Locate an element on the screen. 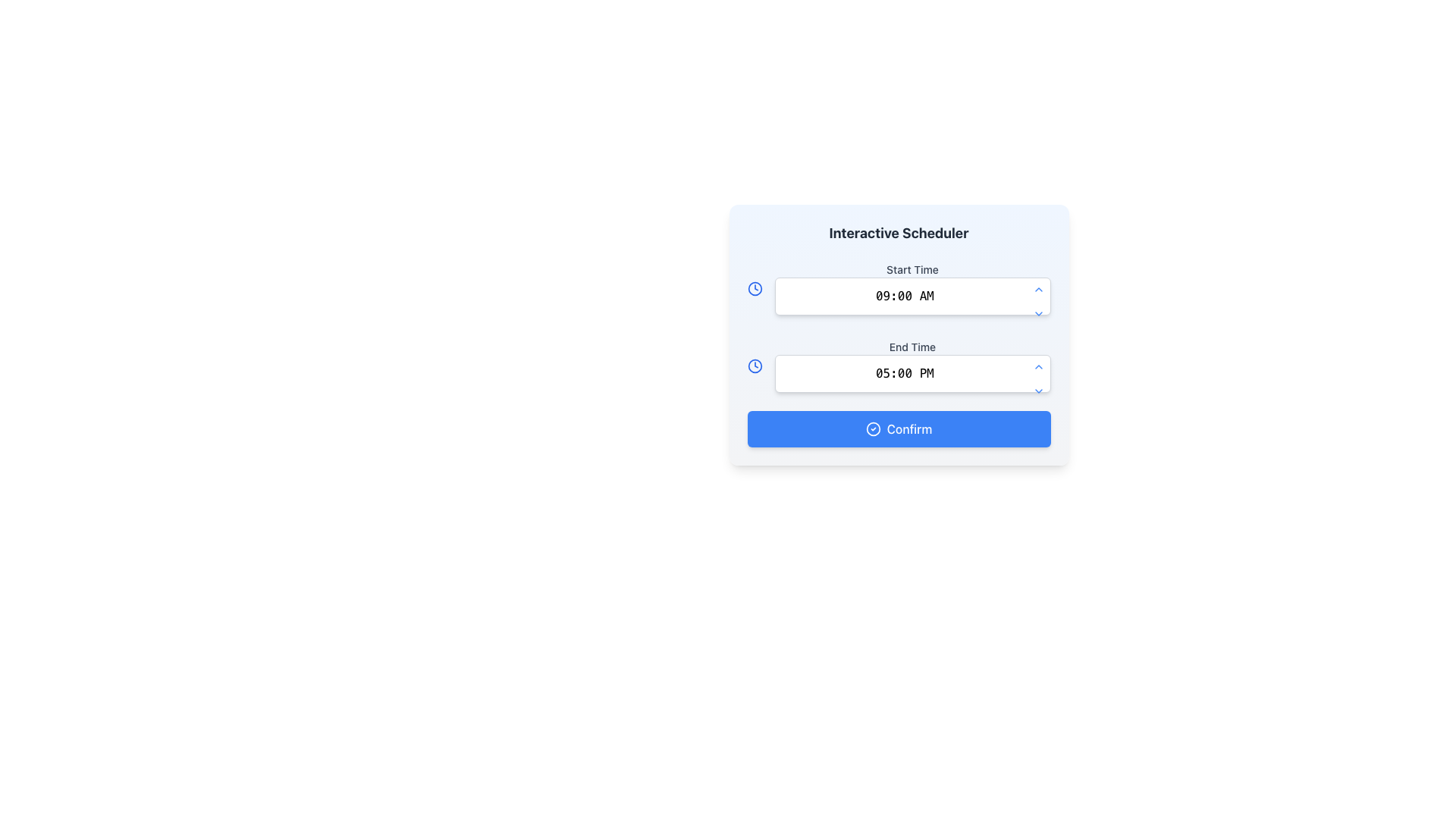 The width and height of the screenshot is (1456, 819). the Chevron Icon located to the right of the 'Start Time' input field to indicate its functionality for adjusting the time value is located at coordinates (1037, 289).